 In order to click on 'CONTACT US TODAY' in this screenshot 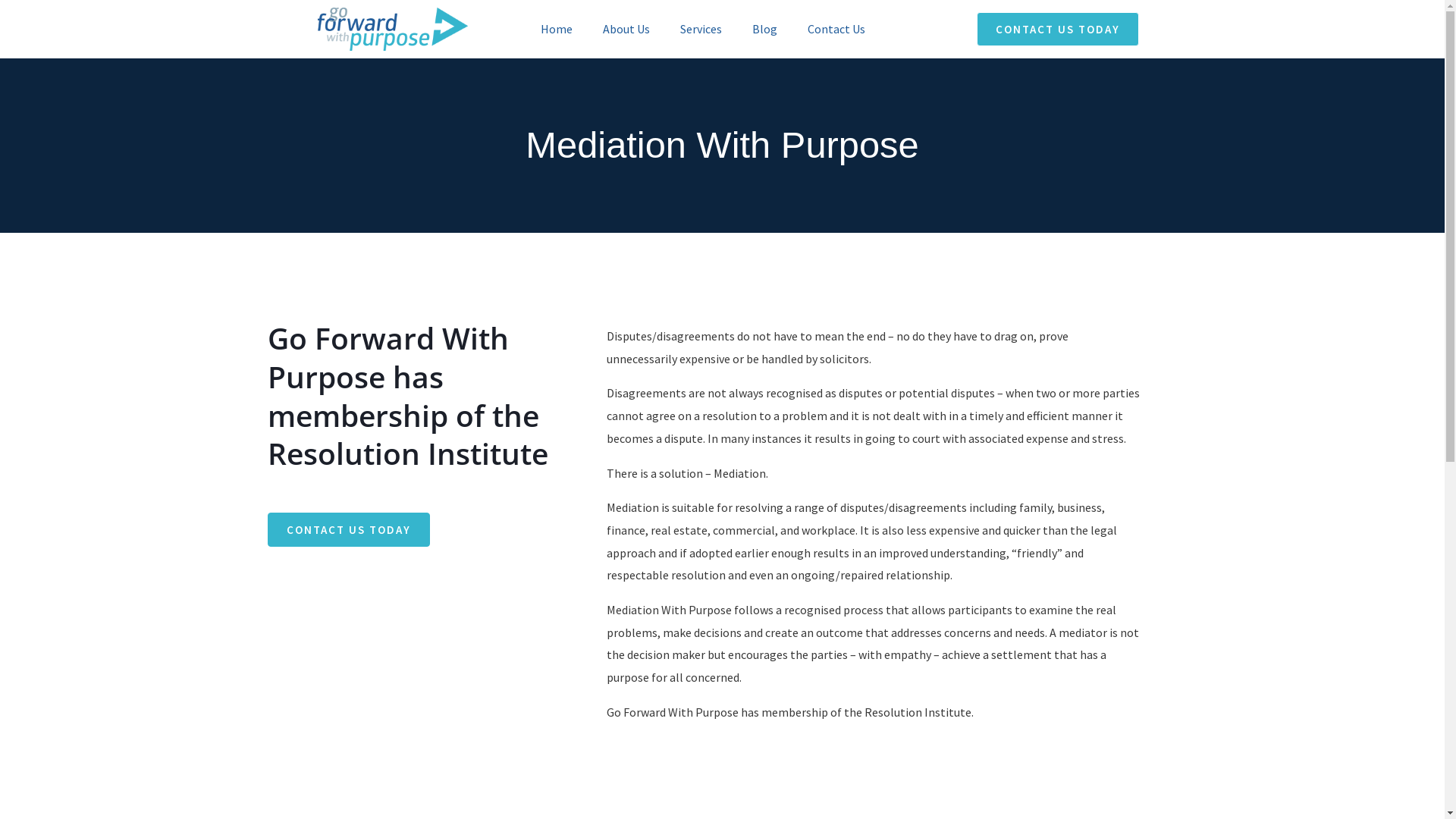, I will do `click(976, 29)`.